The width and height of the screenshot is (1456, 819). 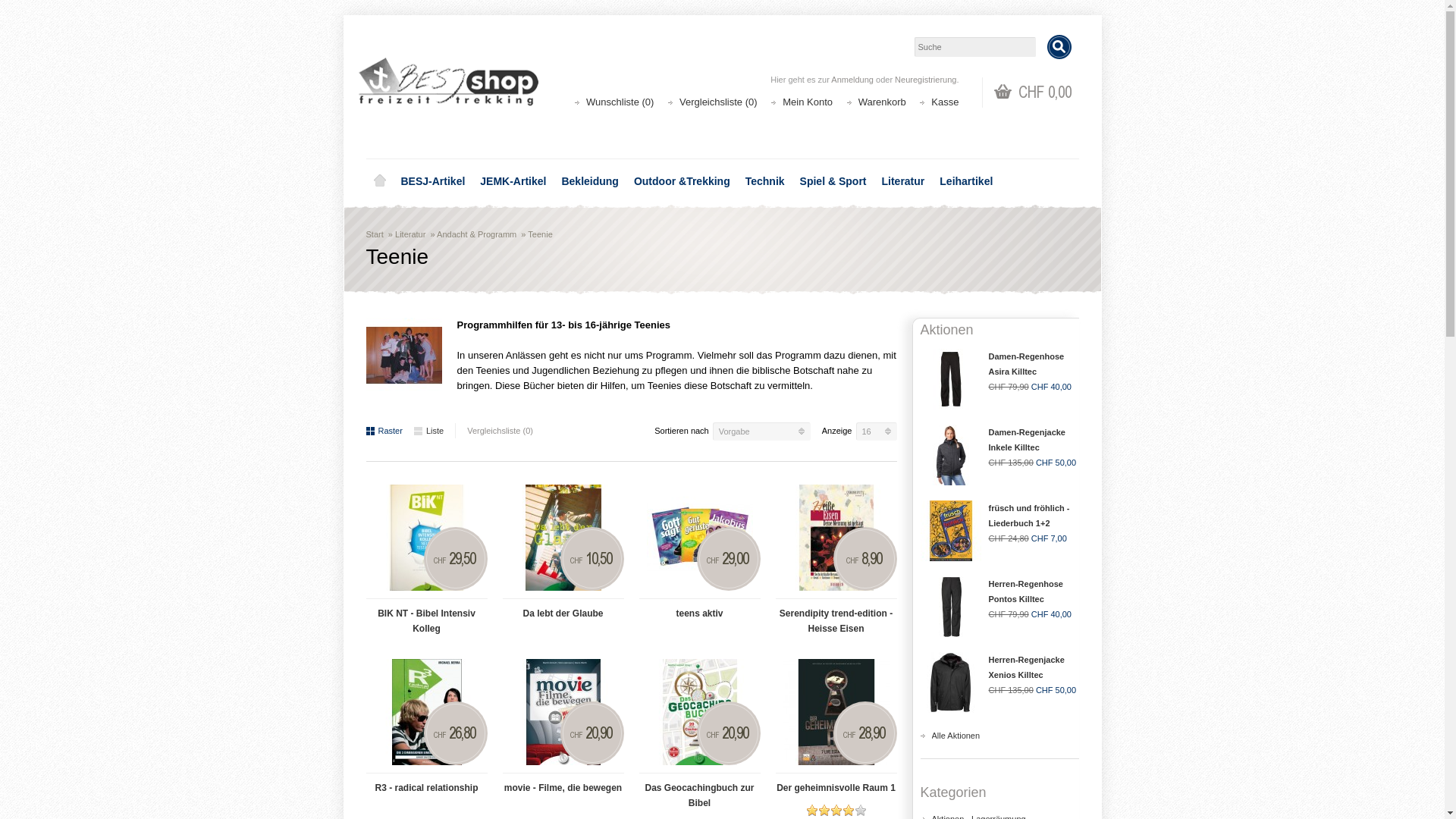 I want to click on 'Alle Aktionen', so click(x=954, y=734).